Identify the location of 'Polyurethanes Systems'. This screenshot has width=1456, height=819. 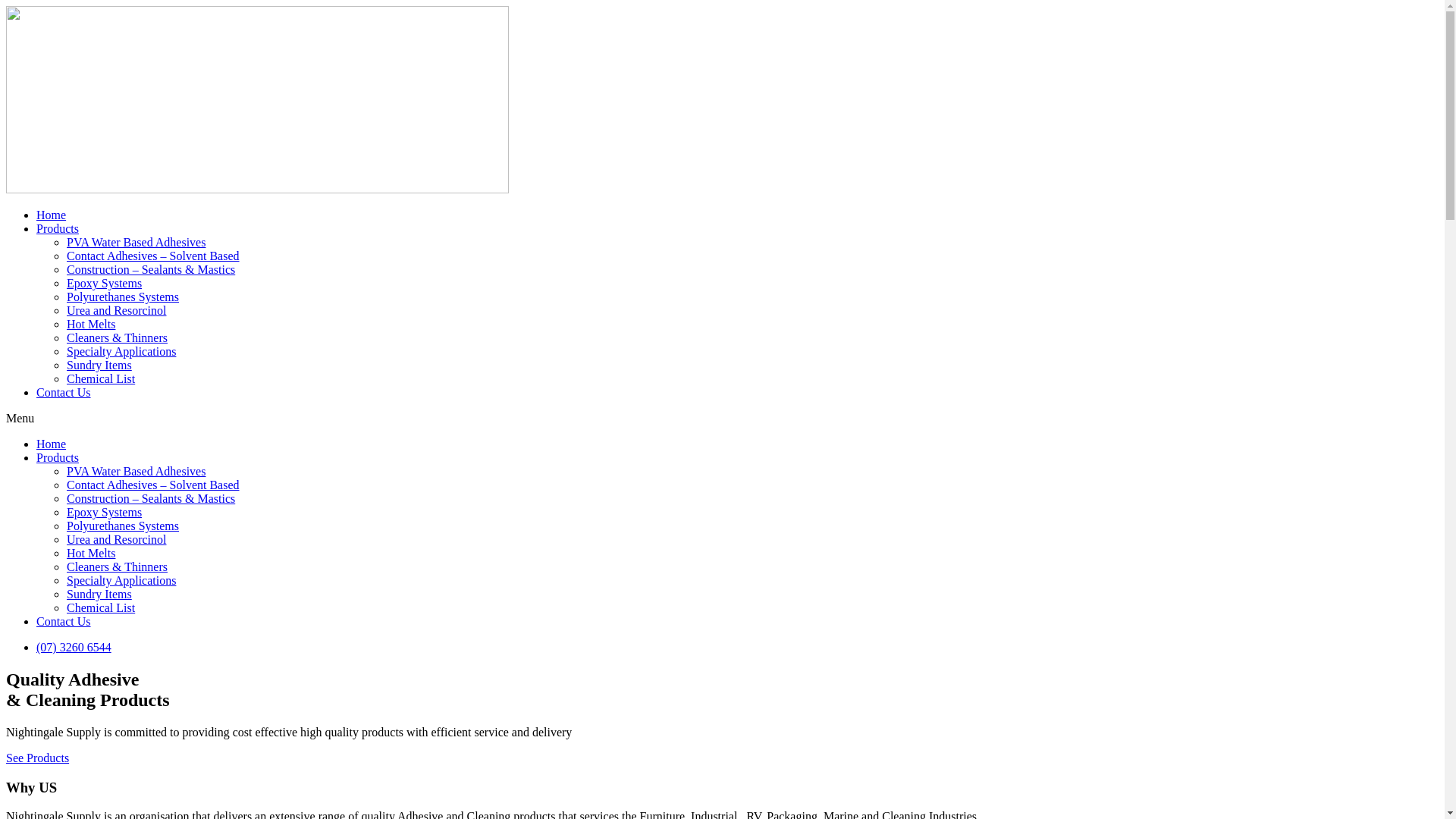
(123, 297).